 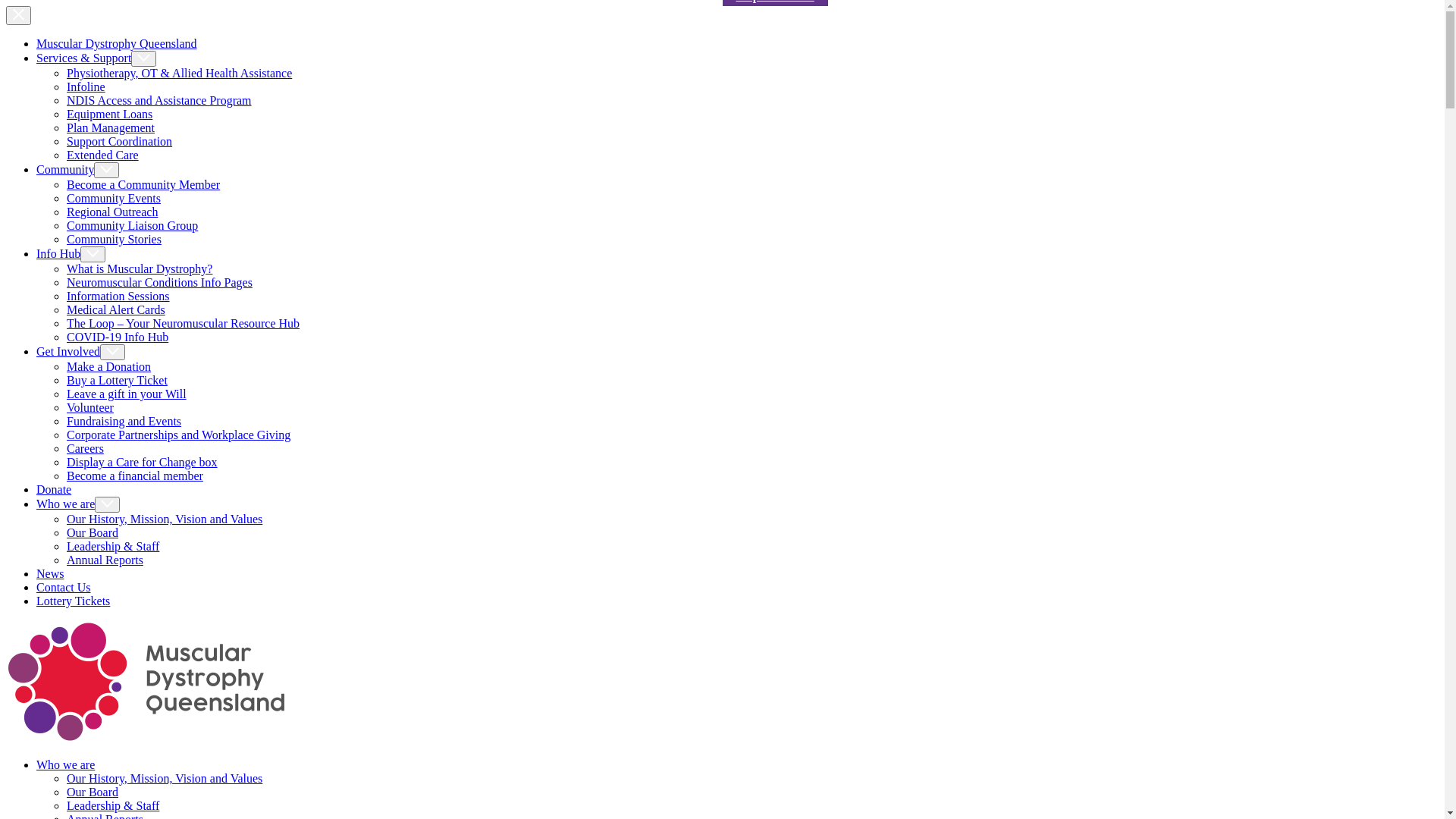 What do you see at coordinates (111, 212) in the screenshot?
I see `'Regional Outreach'` at bounding box center [111, 212].